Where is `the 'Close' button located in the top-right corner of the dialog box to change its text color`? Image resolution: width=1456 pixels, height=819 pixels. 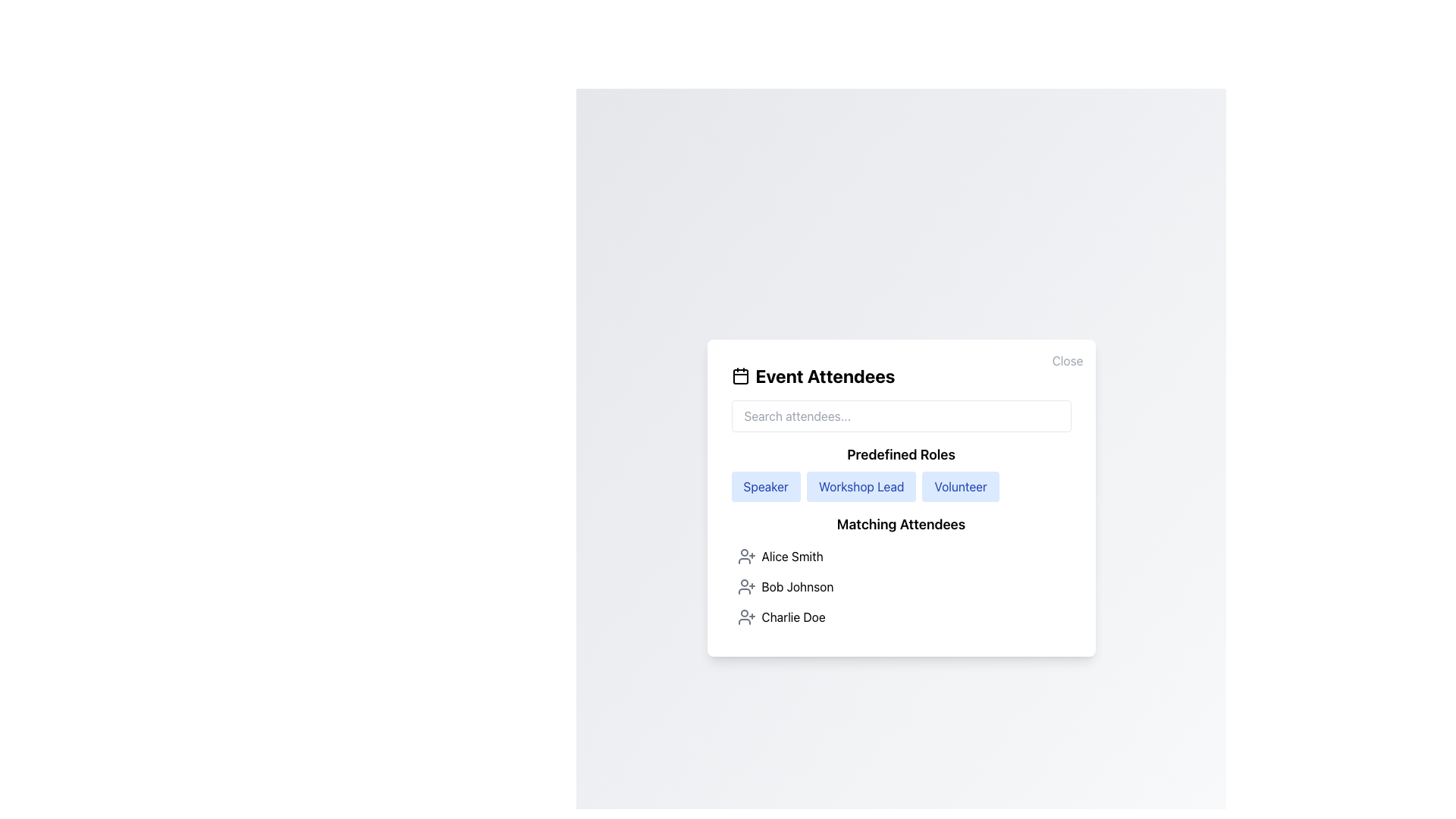 the 'Close' button located in the top-right corner of the dialog box to change its text color is located at coordinates (1067, 360).